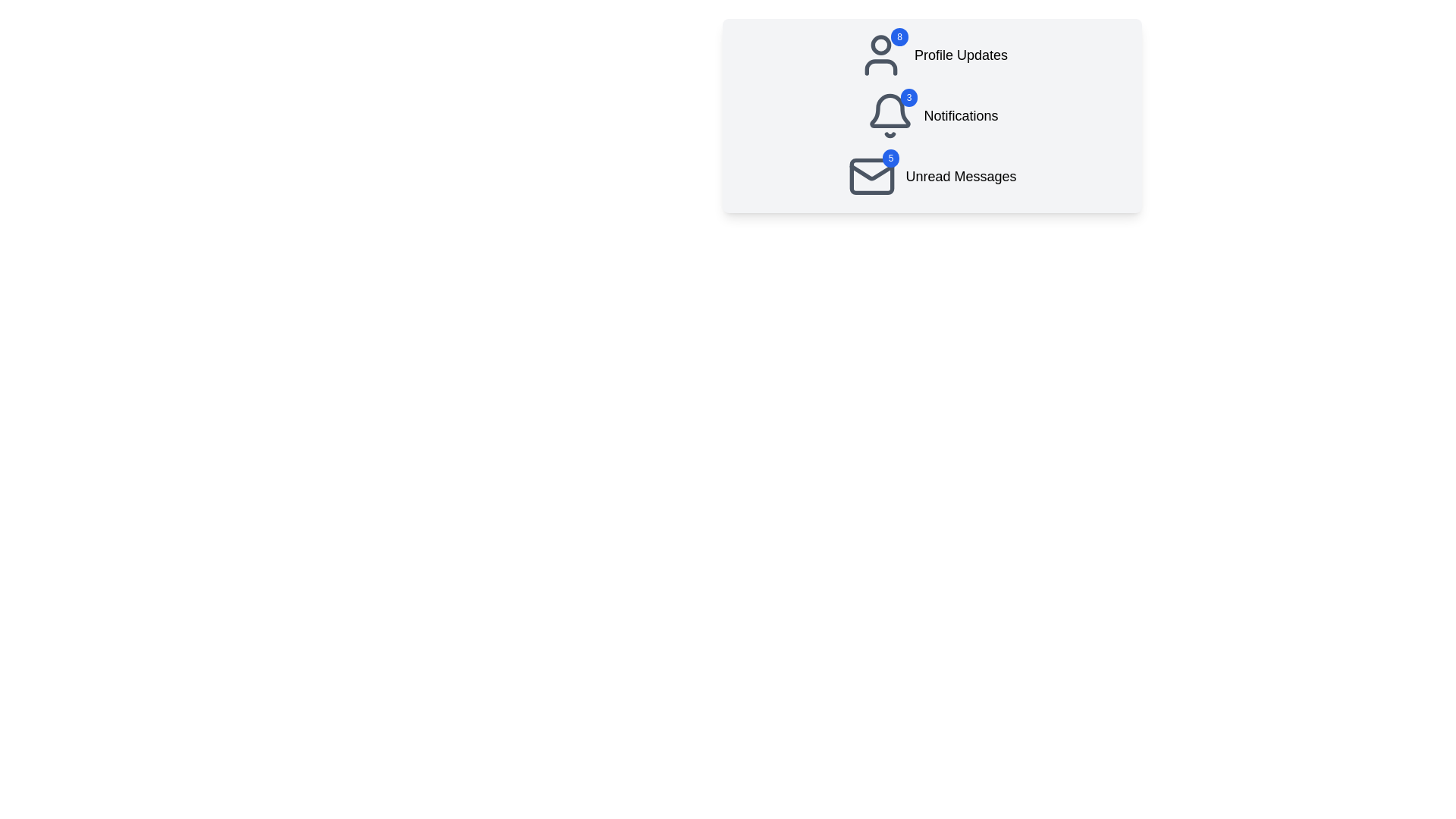 The width and height of the screenshot is (1456, 819). What do you see at coordinates (872, 175) in the screenshot?
I see `vector graphic element located within the envelope icon at the bottom of the vertical menu using developer tools` at bounding box center [872, 175].